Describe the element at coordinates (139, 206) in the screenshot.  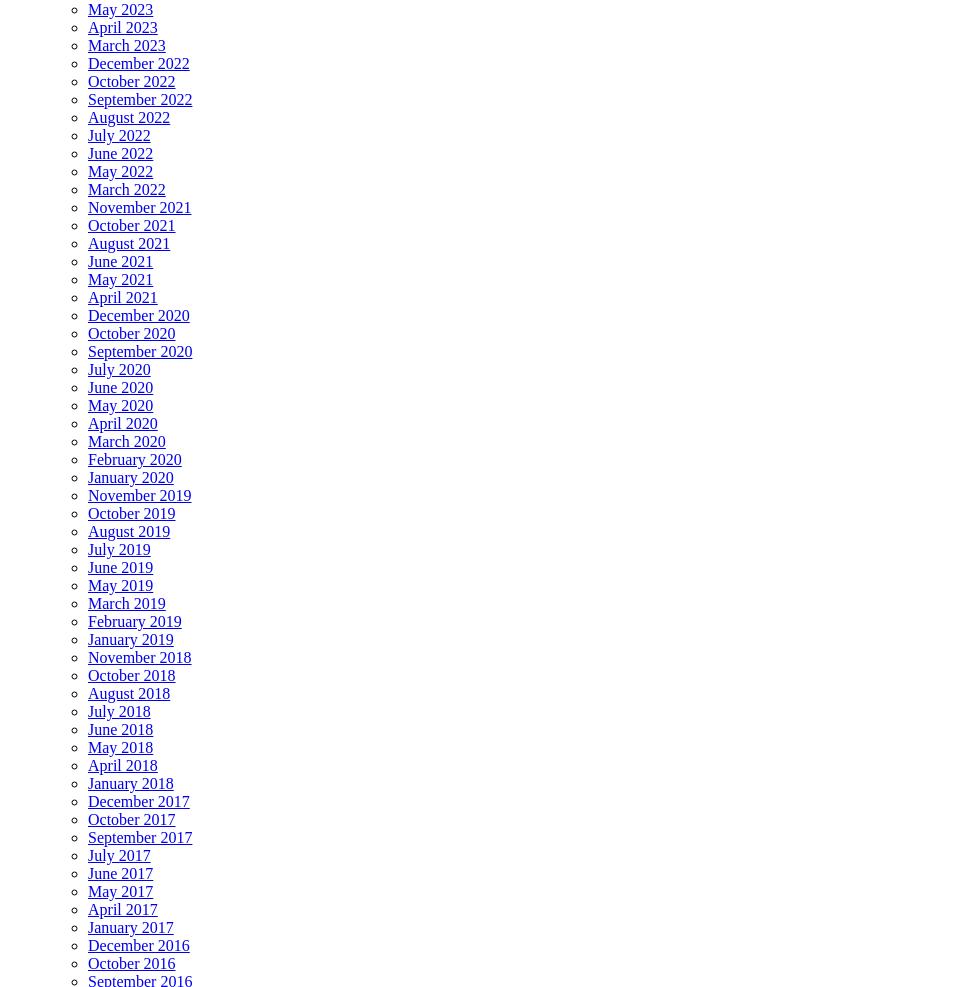
I see `'November 2021'` at that location.